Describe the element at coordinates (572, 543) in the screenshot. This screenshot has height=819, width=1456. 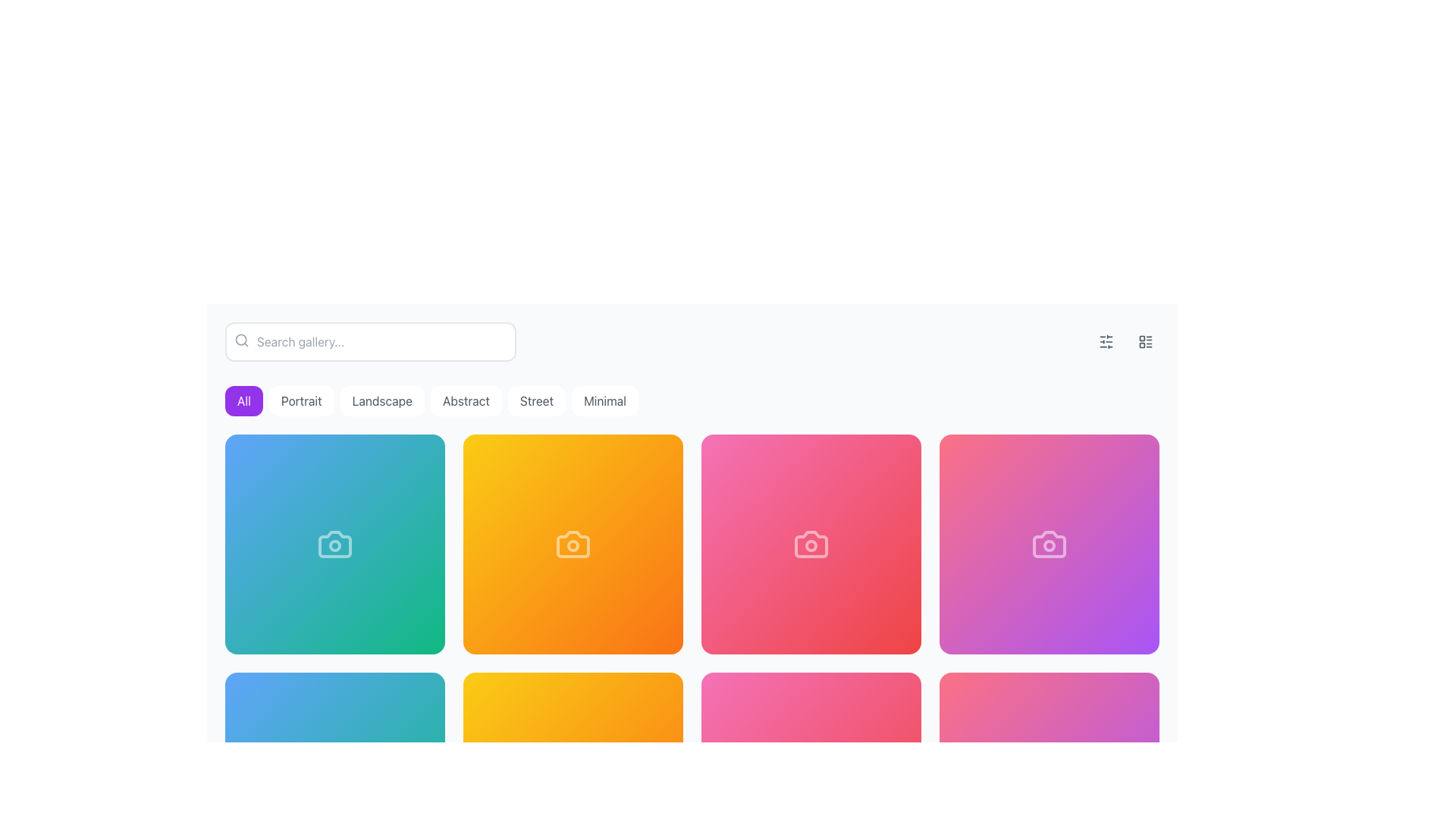
I see `the vector graphic component of the camera icon located in the second card of the first row, which is part of an orange gradient card layout` at that location.